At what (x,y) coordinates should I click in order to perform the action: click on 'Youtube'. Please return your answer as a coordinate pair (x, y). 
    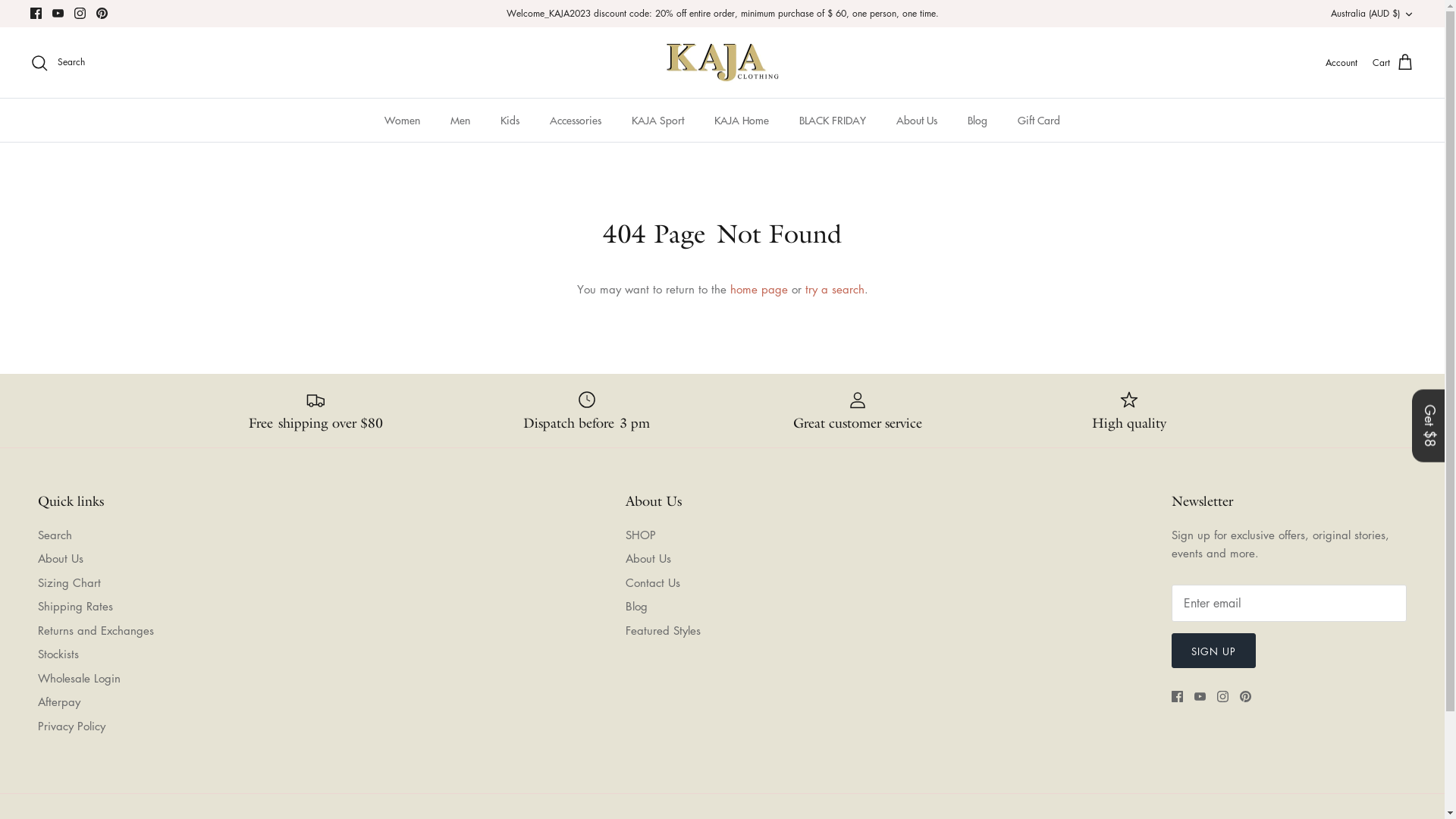
    Looking at the image, I should click on (58, 13).